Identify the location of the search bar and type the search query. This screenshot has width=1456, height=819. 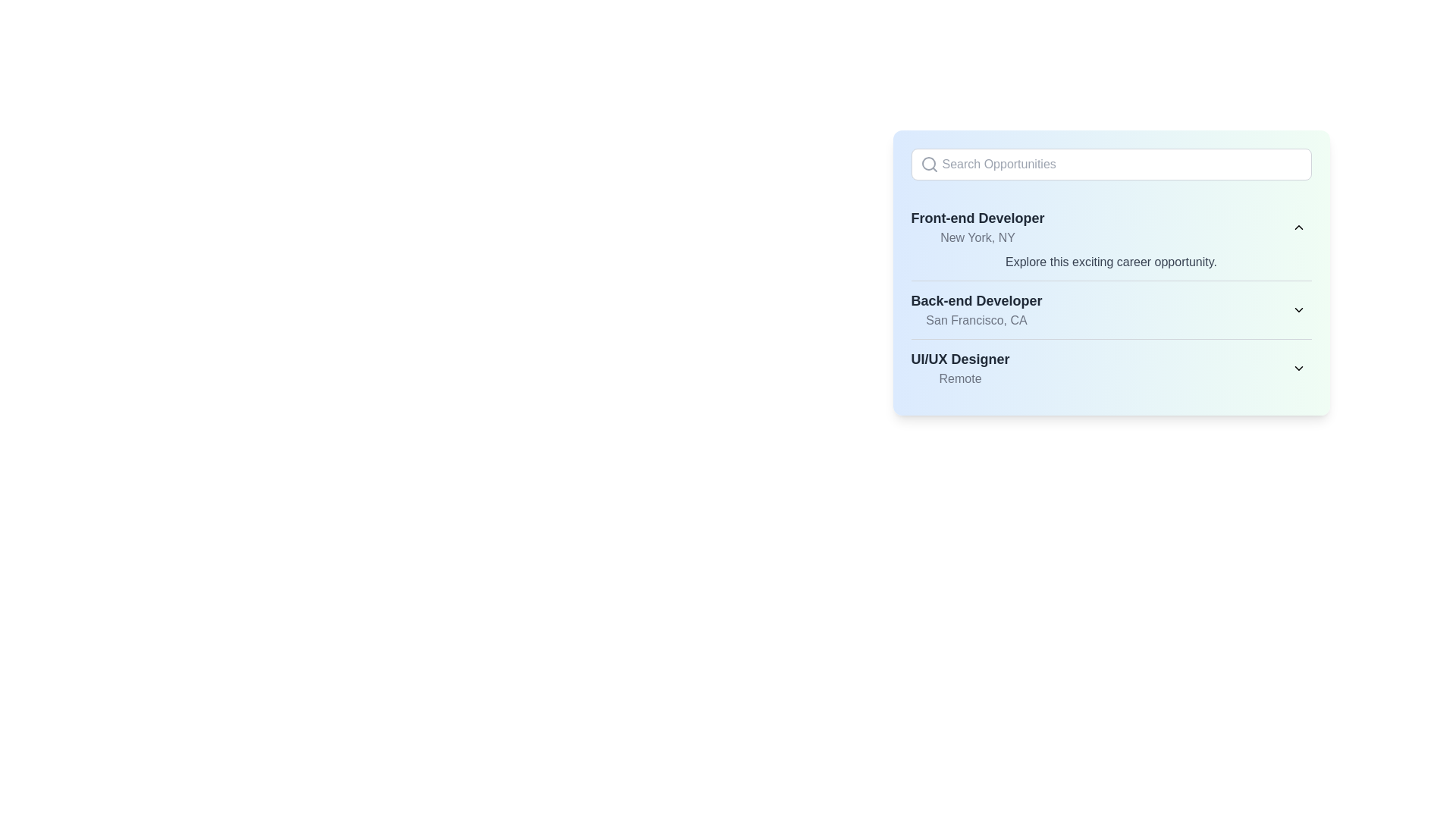
(1111, 164).